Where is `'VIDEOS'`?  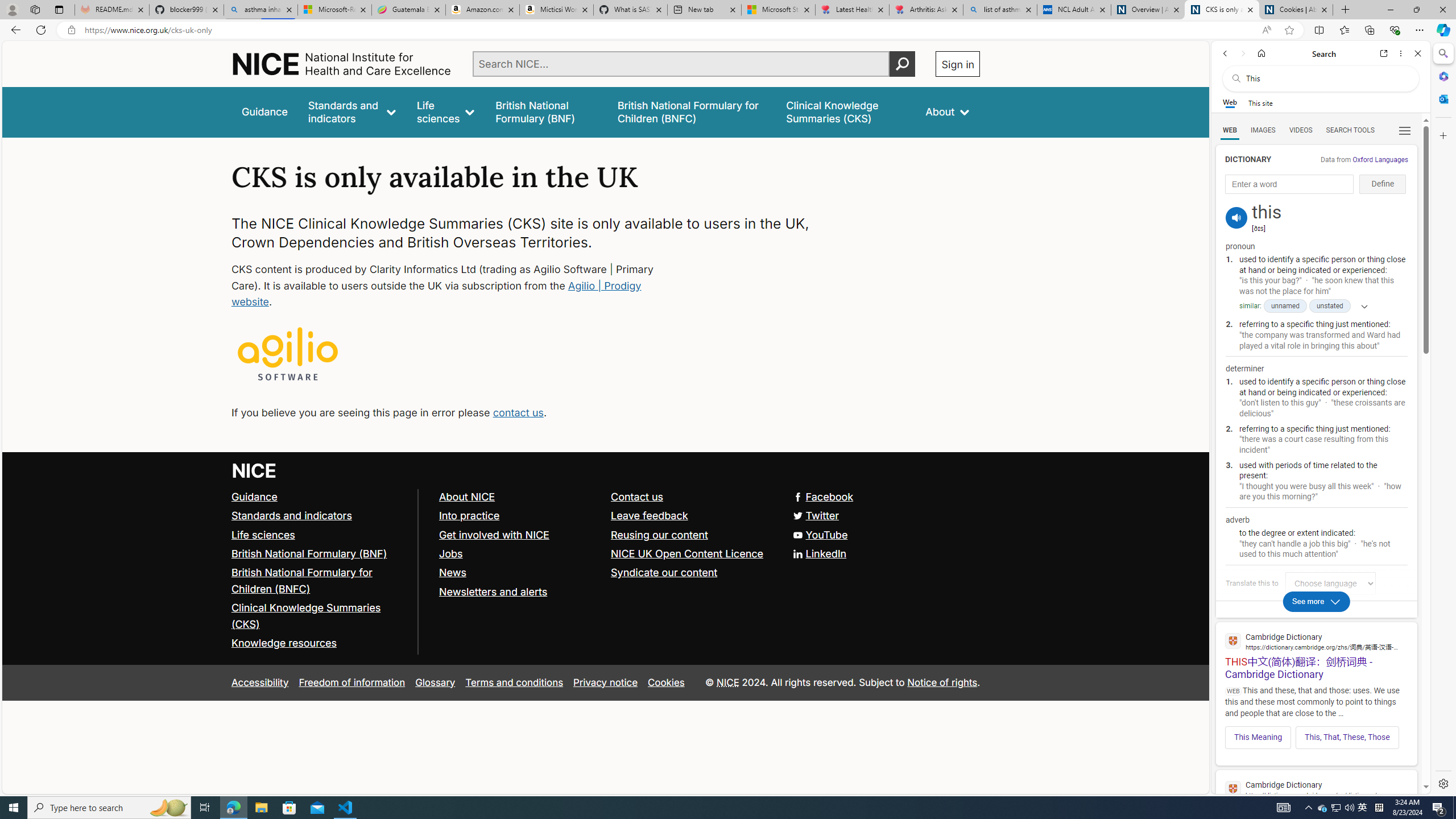 'VIDEOS' is located at coordinates (1300, 130).